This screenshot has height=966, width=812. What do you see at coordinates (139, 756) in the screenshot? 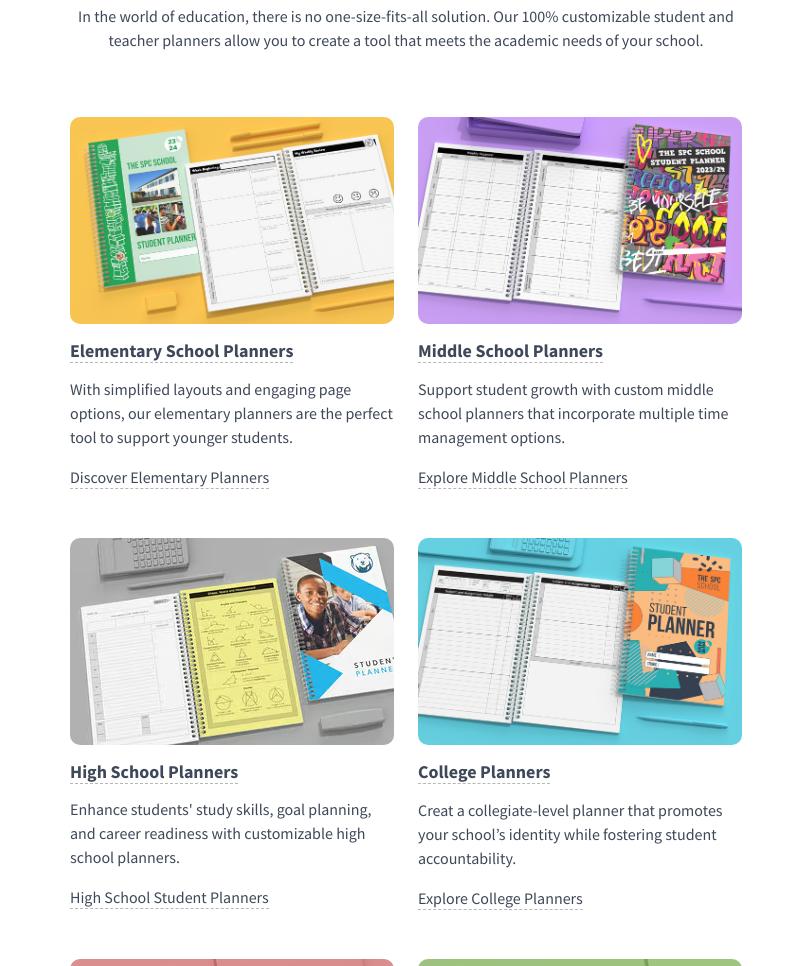
I see `'Elementary School Planners'` at bounding box center [139, 756].